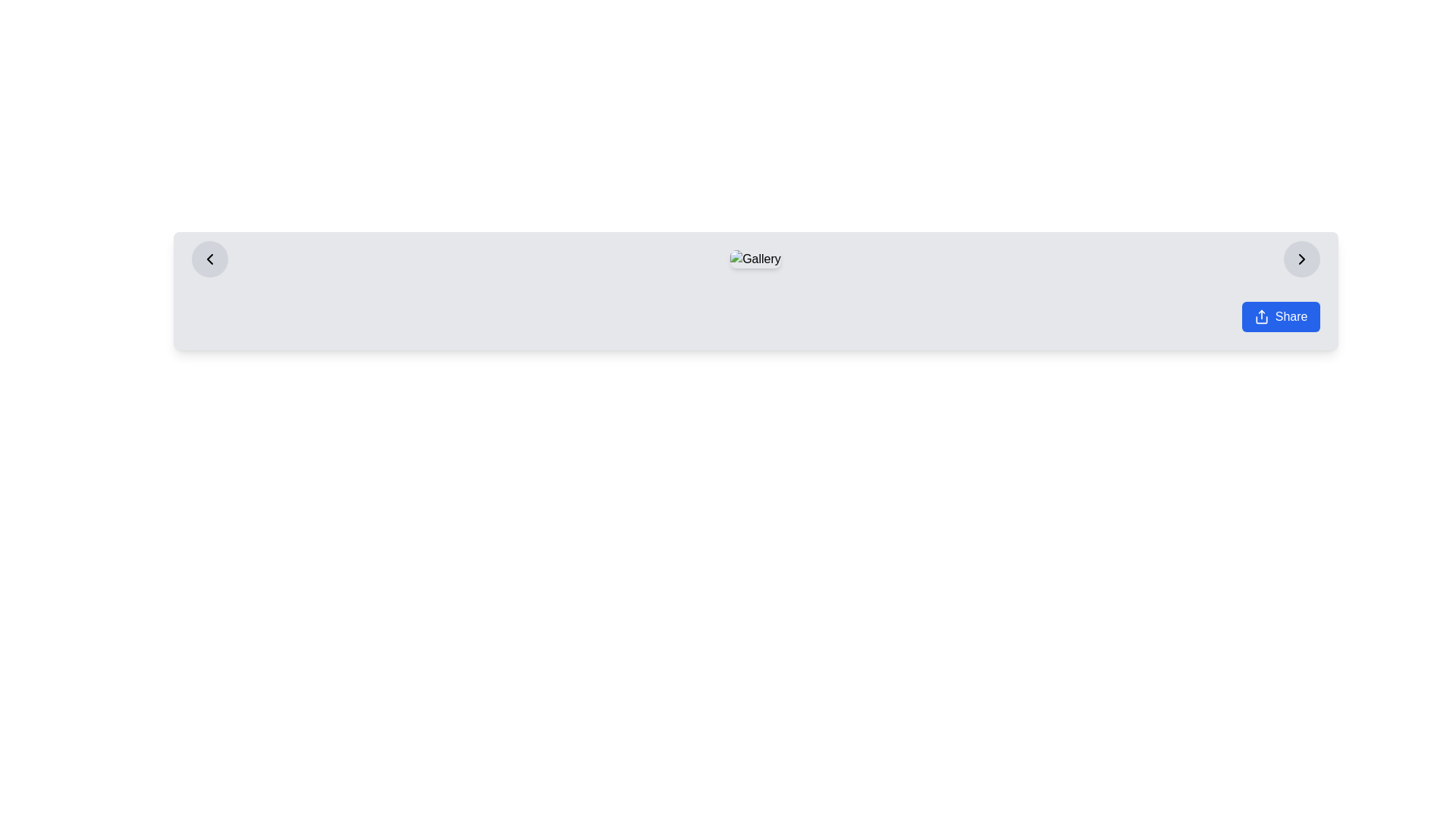 This screenshot has height=819, width=1456. Describe the element at coordinates (740, 284) in the screenshot. I see `the first circular dot navigation indicator` at that location.